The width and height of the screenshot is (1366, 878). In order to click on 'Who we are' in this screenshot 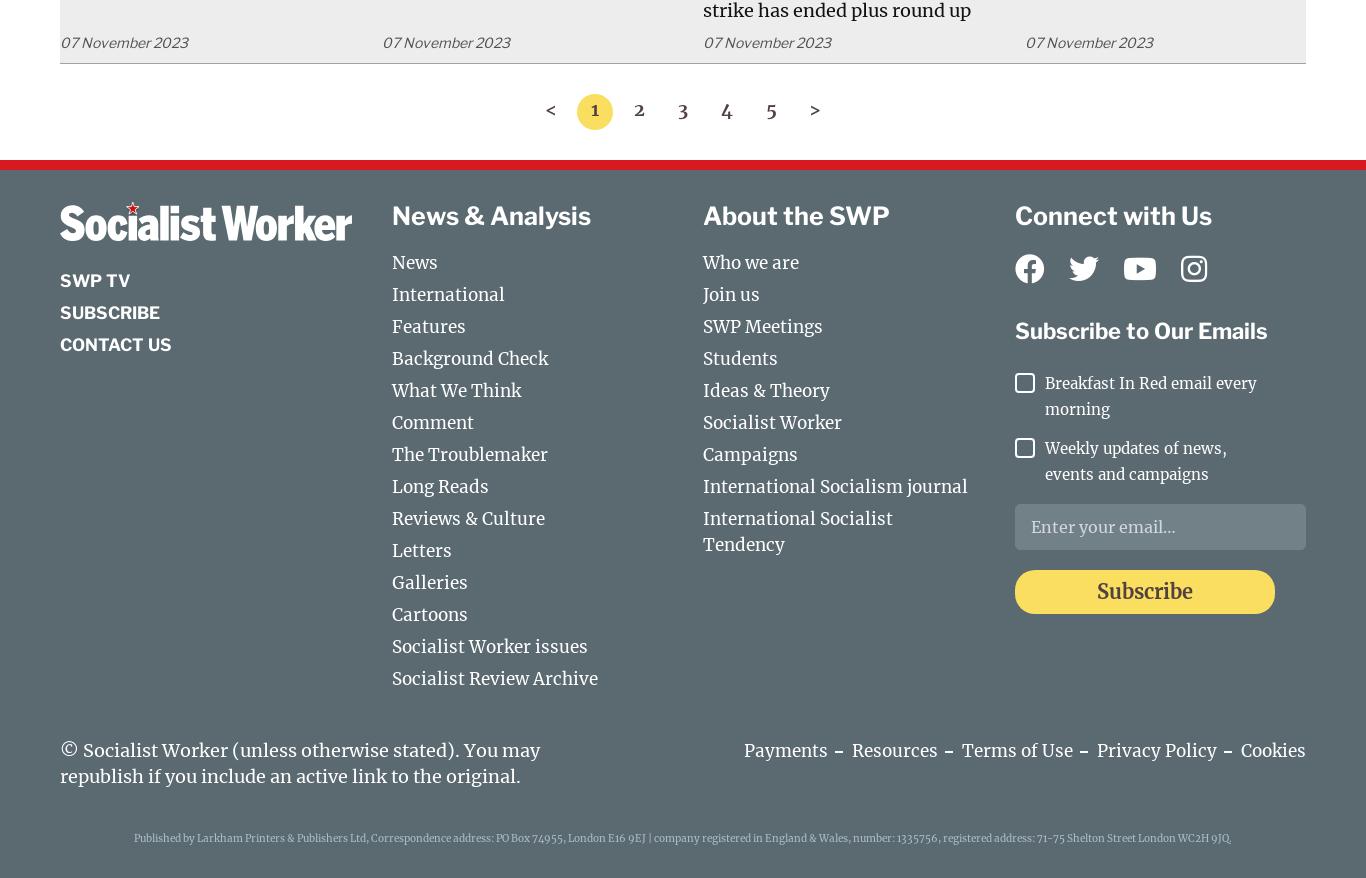, I will do `click(751, 261)`.